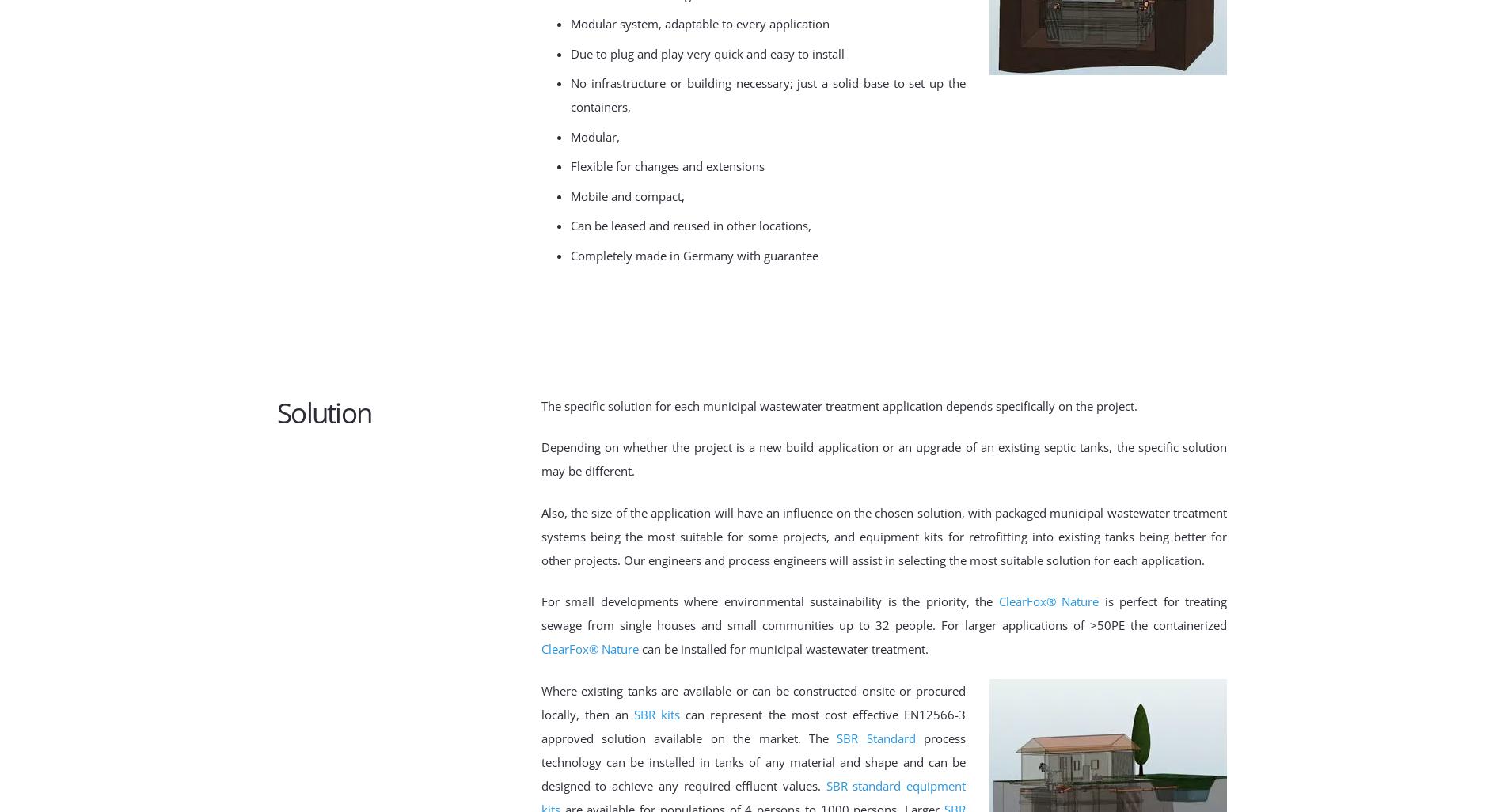 This screenshot has width=1504, height=812. I want to click on 'Solution', so click(323, 412).